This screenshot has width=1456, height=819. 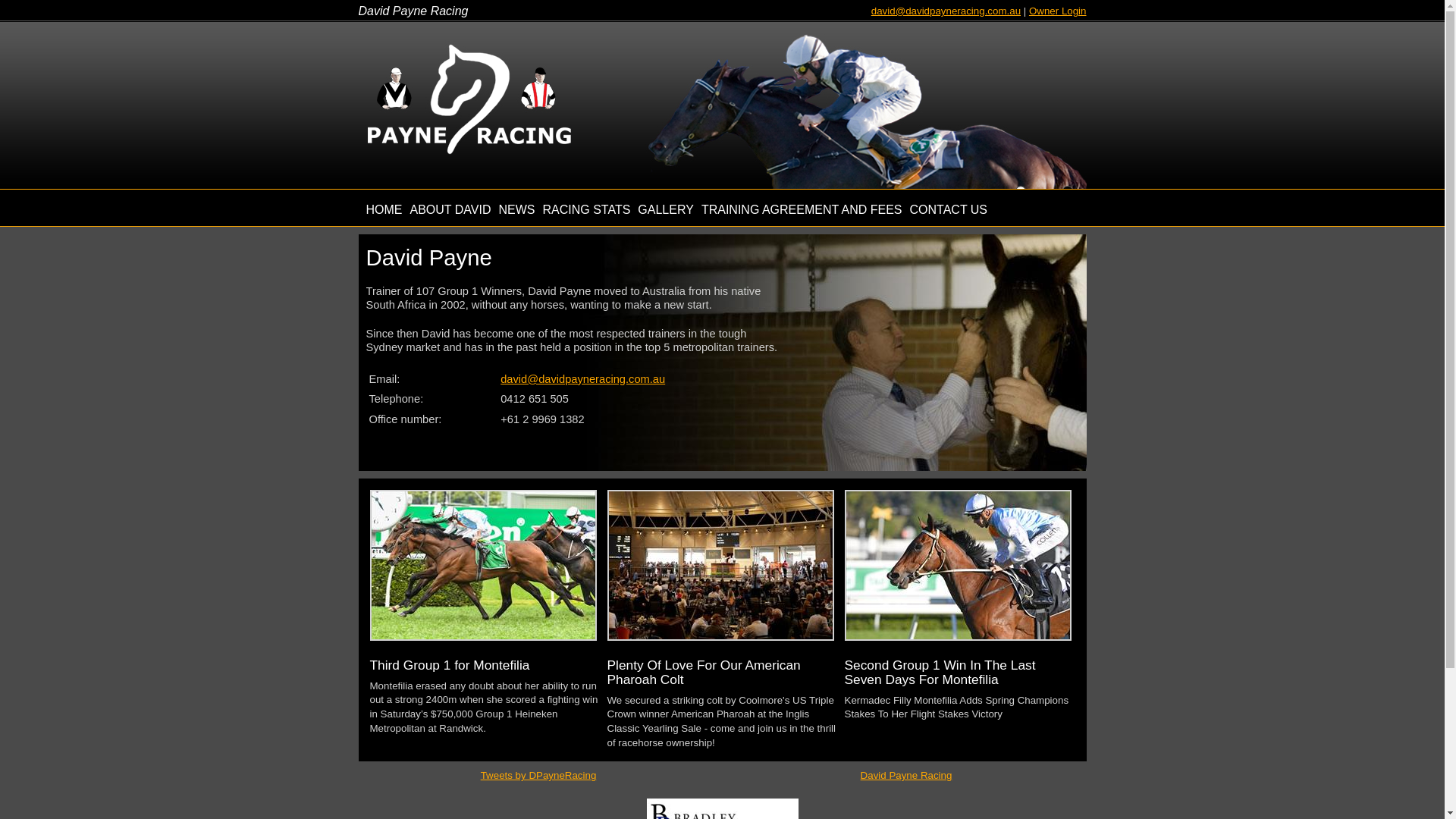 I want to click on 'Tweets by DPayneRacing', so click(x=538, y=775).